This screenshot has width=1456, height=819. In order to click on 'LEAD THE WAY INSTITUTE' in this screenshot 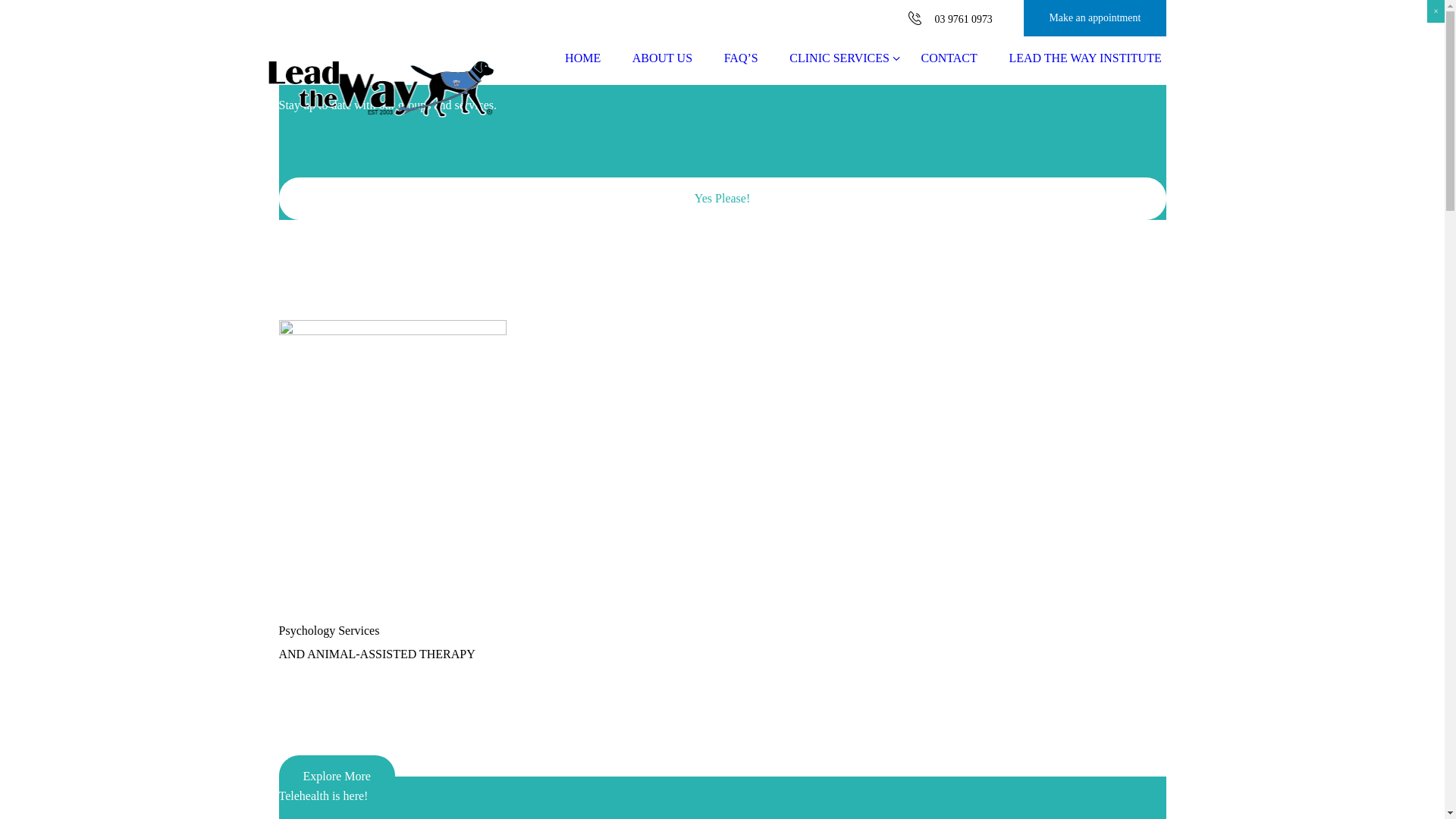, I will do `click(1084, 58)`.